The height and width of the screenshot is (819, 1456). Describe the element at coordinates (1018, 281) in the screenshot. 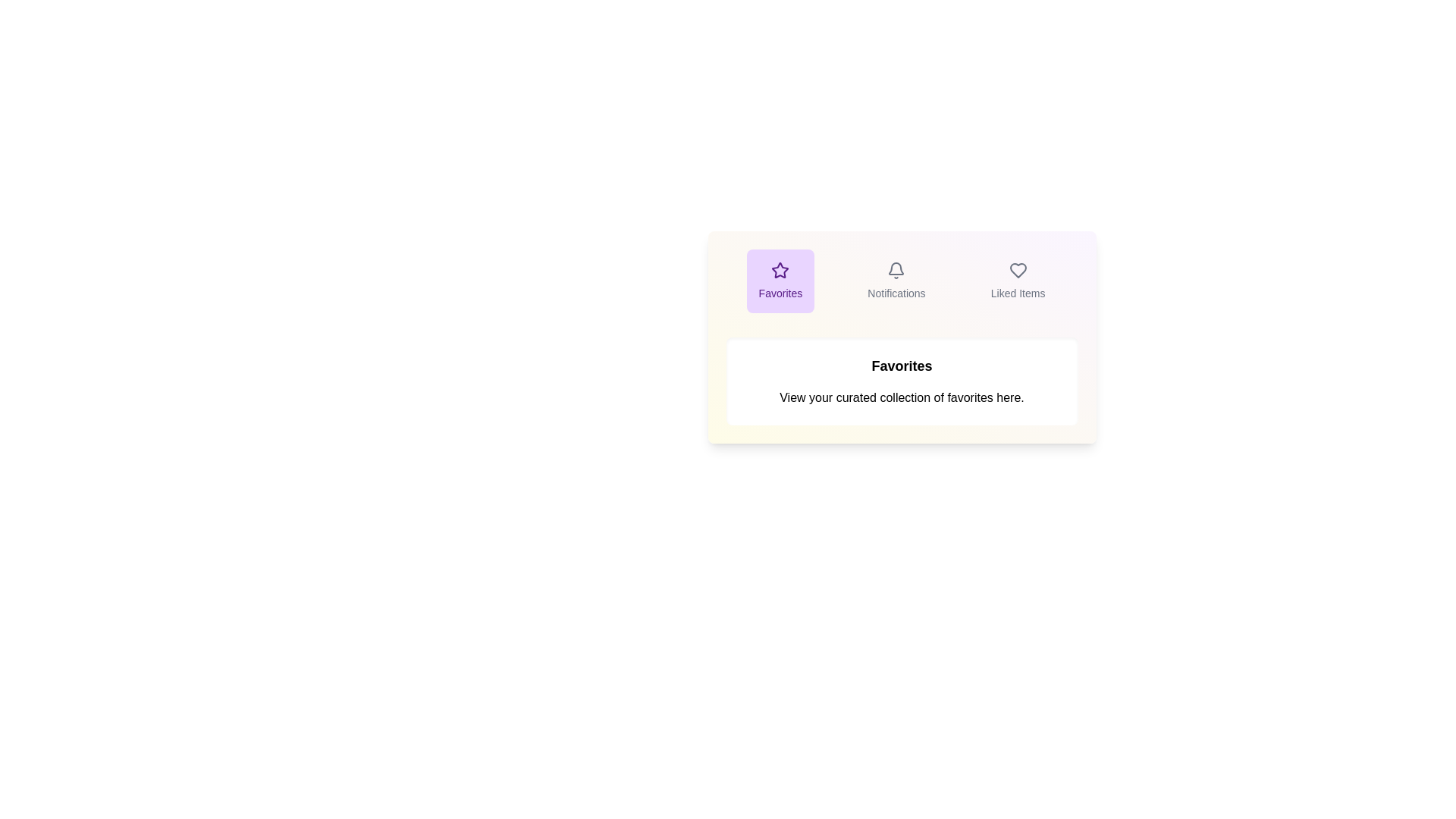

I see `the tab labeled Liked Items` at that location.